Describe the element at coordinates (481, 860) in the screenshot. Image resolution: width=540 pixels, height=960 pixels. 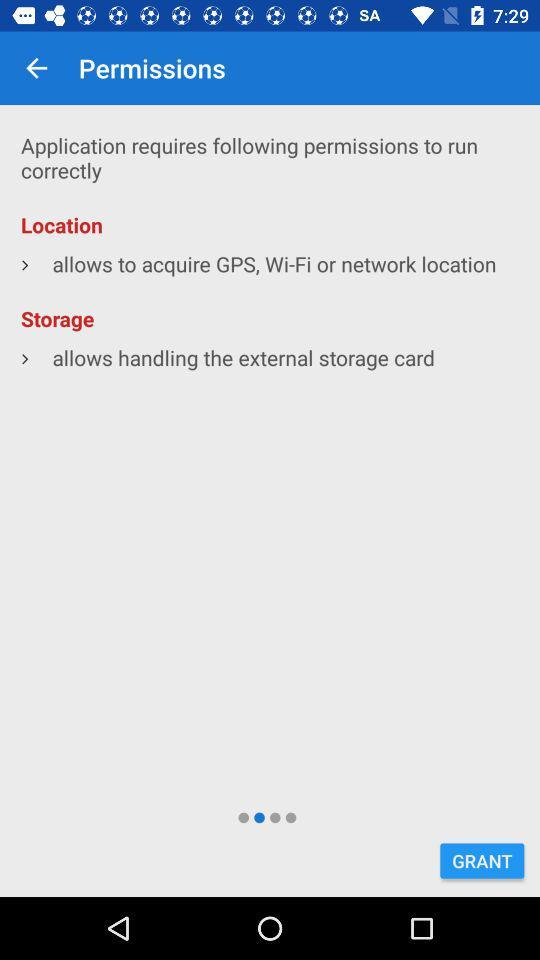
I see `the grant at the bottom right corner` at that location.